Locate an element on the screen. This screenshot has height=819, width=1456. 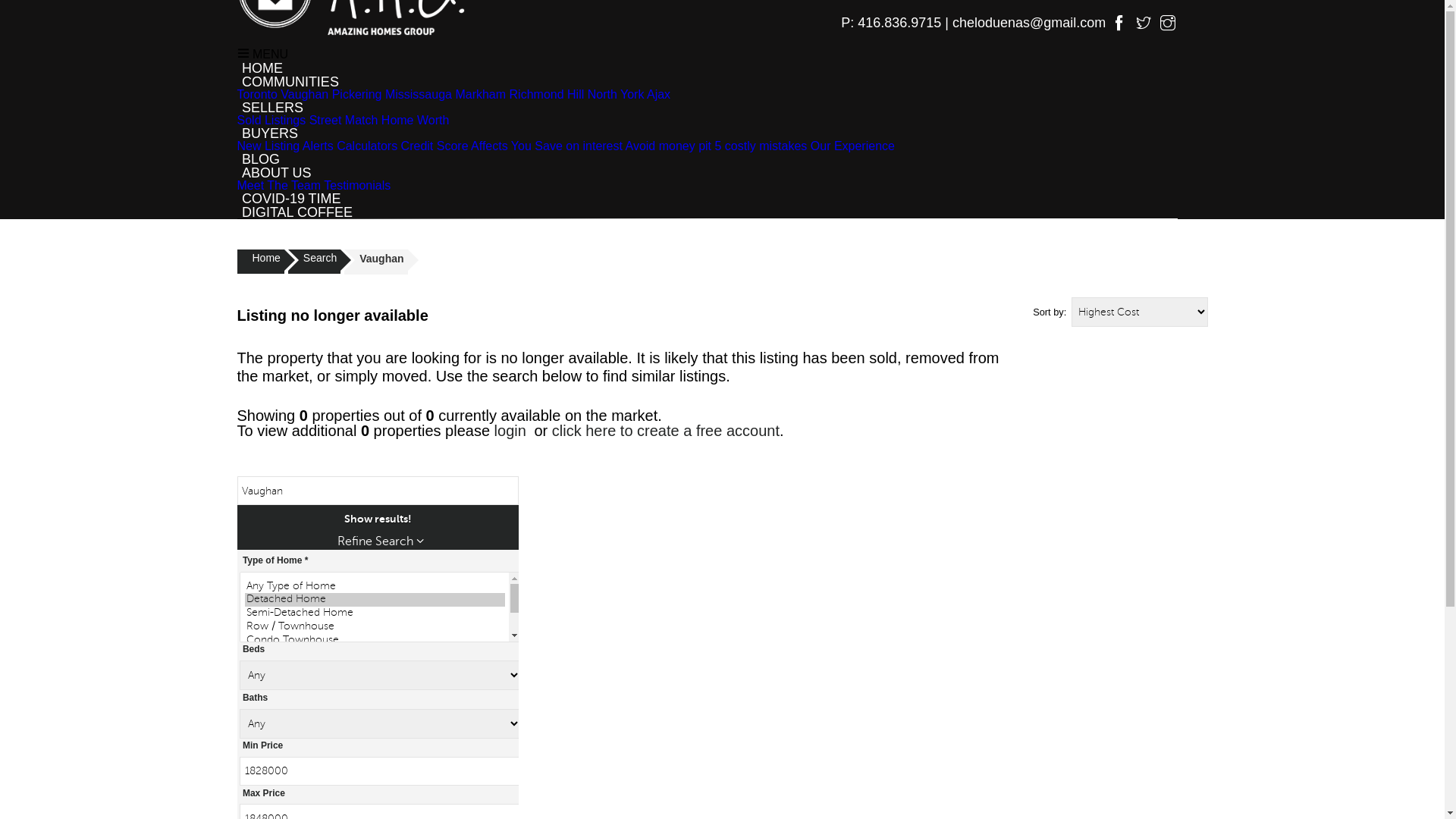
'login' is located at coordinates (510, 430).